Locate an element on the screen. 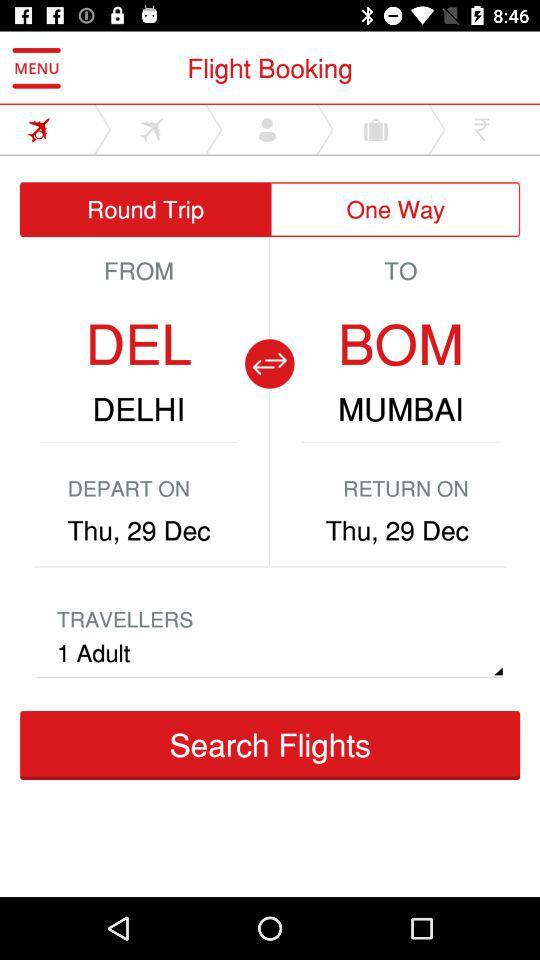  the check-in icon is located at coordinates (134, 789).